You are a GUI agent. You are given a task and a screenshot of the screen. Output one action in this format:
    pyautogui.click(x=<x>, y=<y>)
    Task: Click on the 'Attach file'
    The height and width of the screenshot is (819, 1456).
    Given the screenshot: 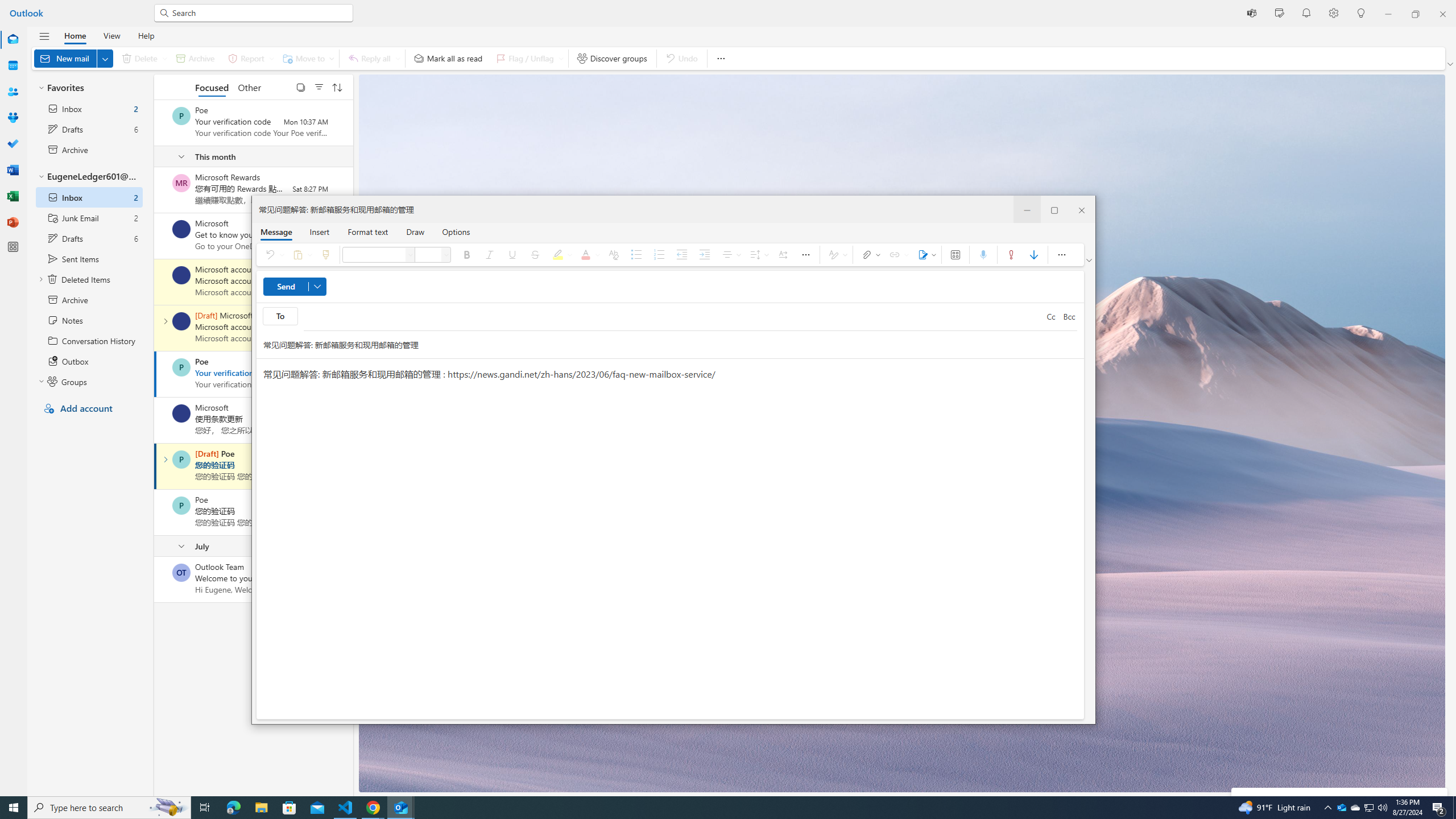 What is the action you would take?
    pyautogui.click(x=869, y=254)
    